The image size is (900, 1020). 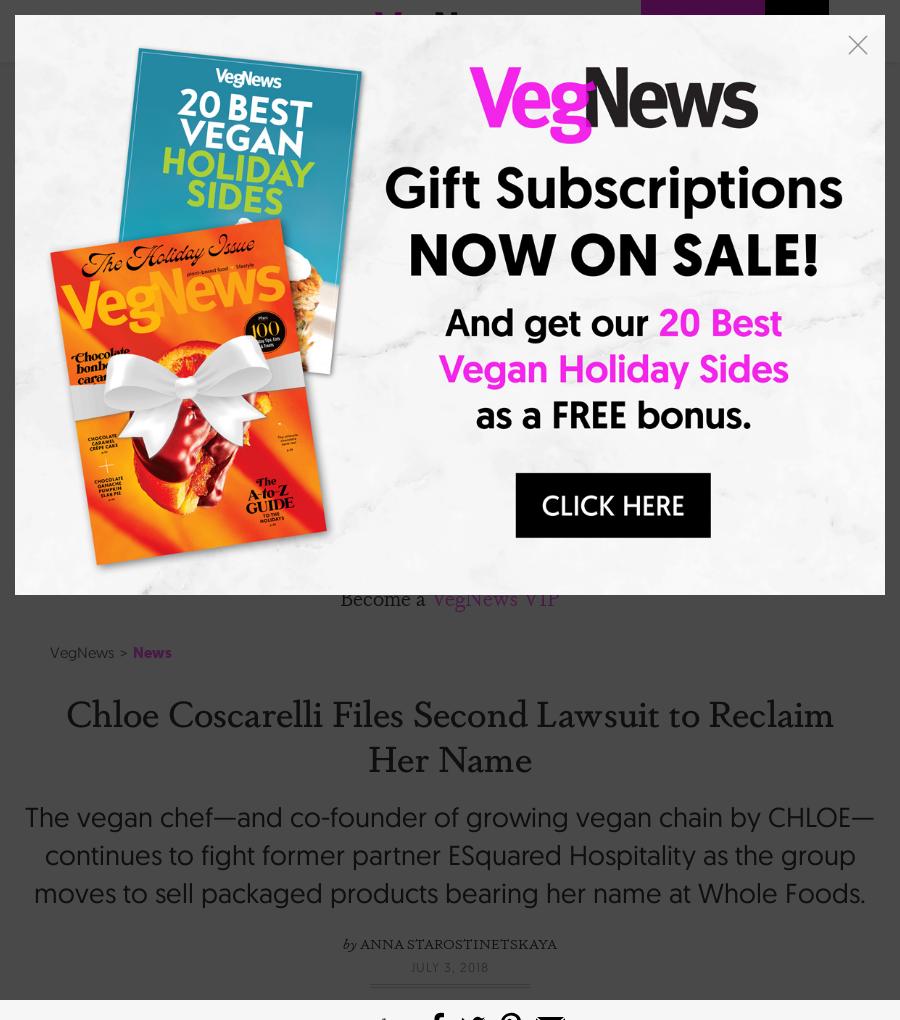 I want to click on 'Anna Starostinetskaya', so click(x=360, y=940).